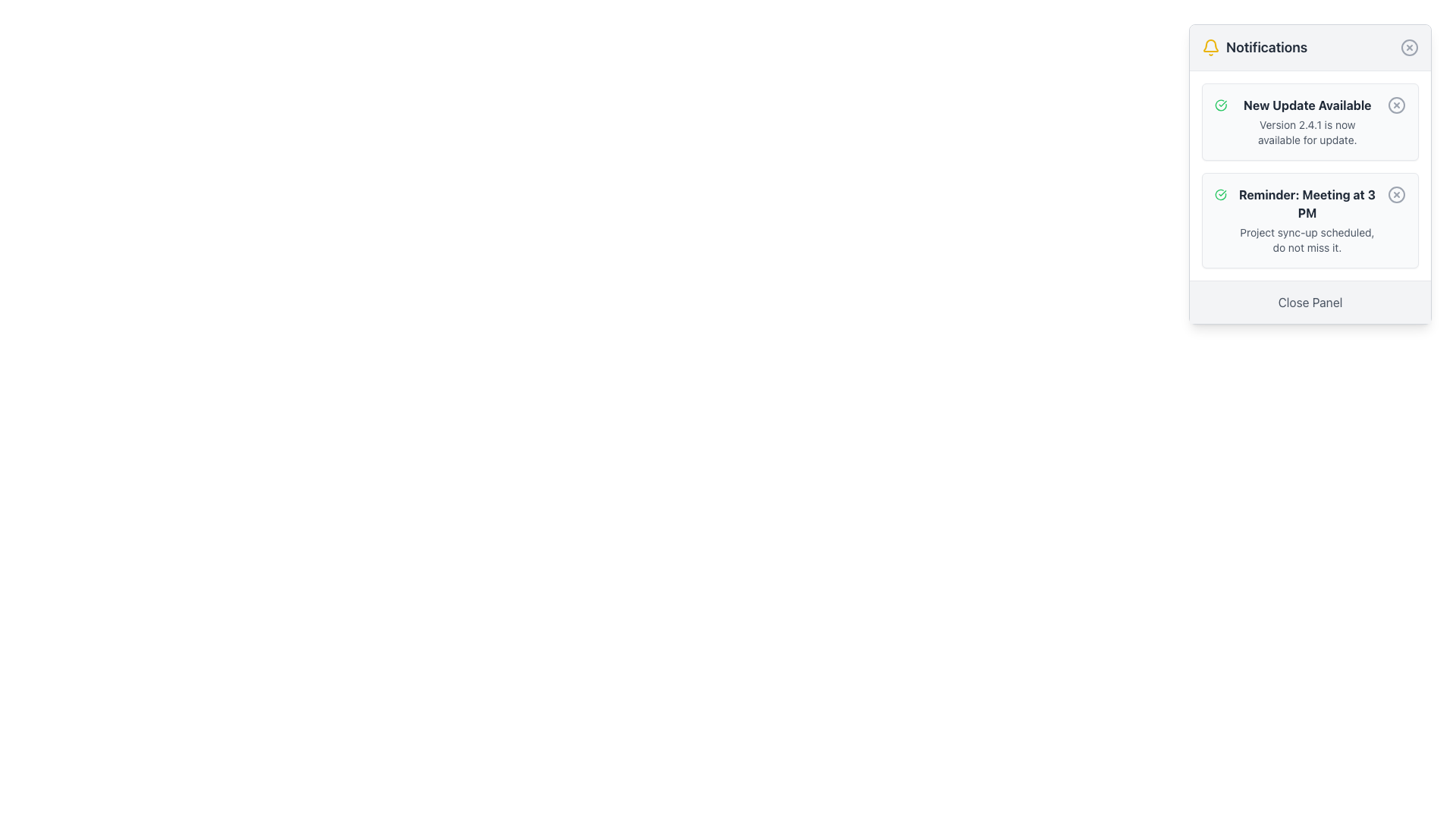 This screenshot has width=1456, height=819. What do you see at coordinates (1396, 104) in the screenshot?
I see `the circular graphical component of the SVG icon located in the upper-right area of the notification panel, adjacent to the 'New Update Available' notification entry` at bounding box center [1396, 104].